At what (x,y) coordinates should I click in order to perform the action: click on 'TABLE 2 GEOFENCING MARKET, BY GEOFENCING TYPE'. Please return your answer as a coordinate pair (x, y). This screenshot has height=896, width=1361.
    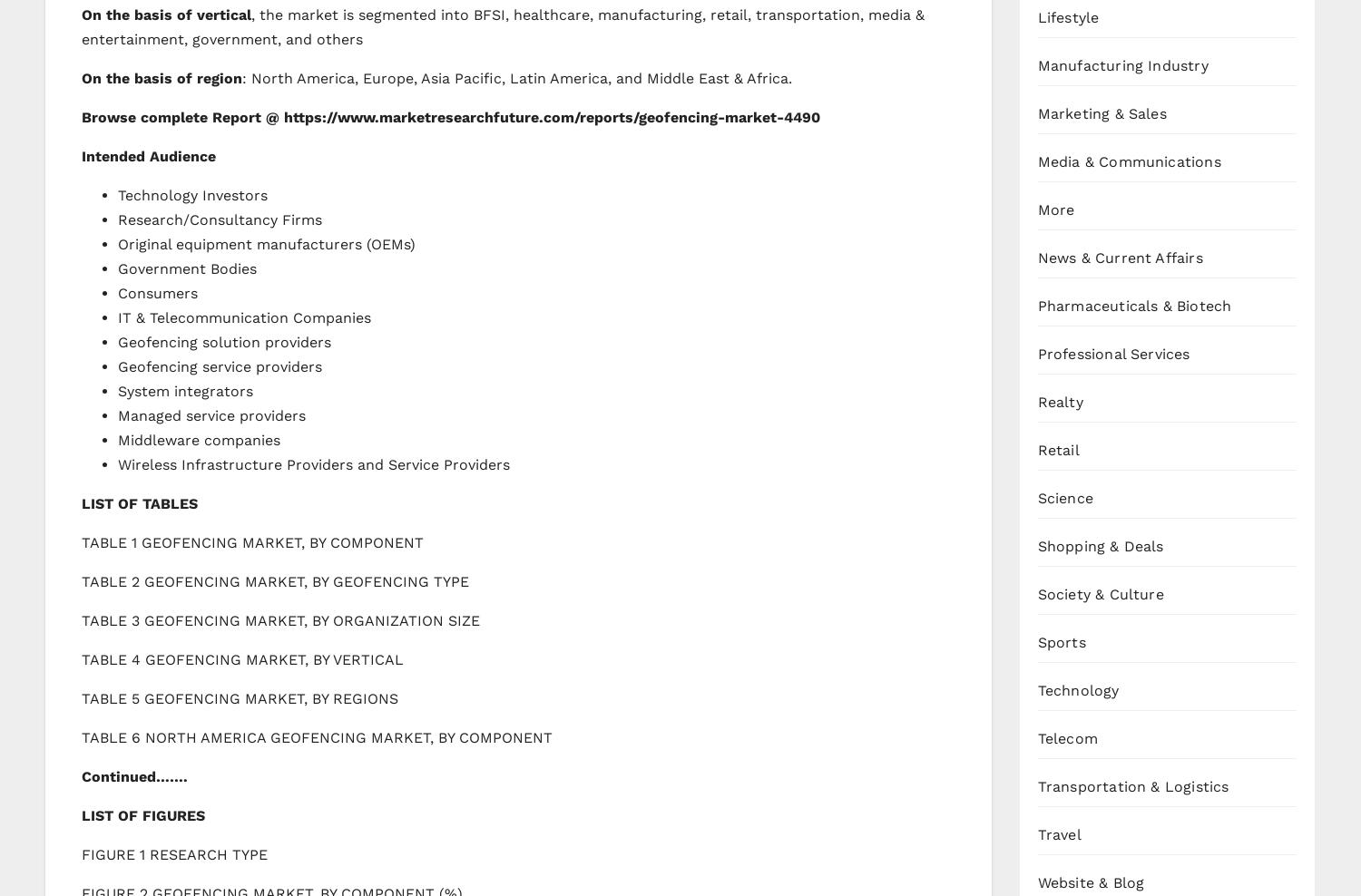
    Looking at the image, I should click on (275, 579).